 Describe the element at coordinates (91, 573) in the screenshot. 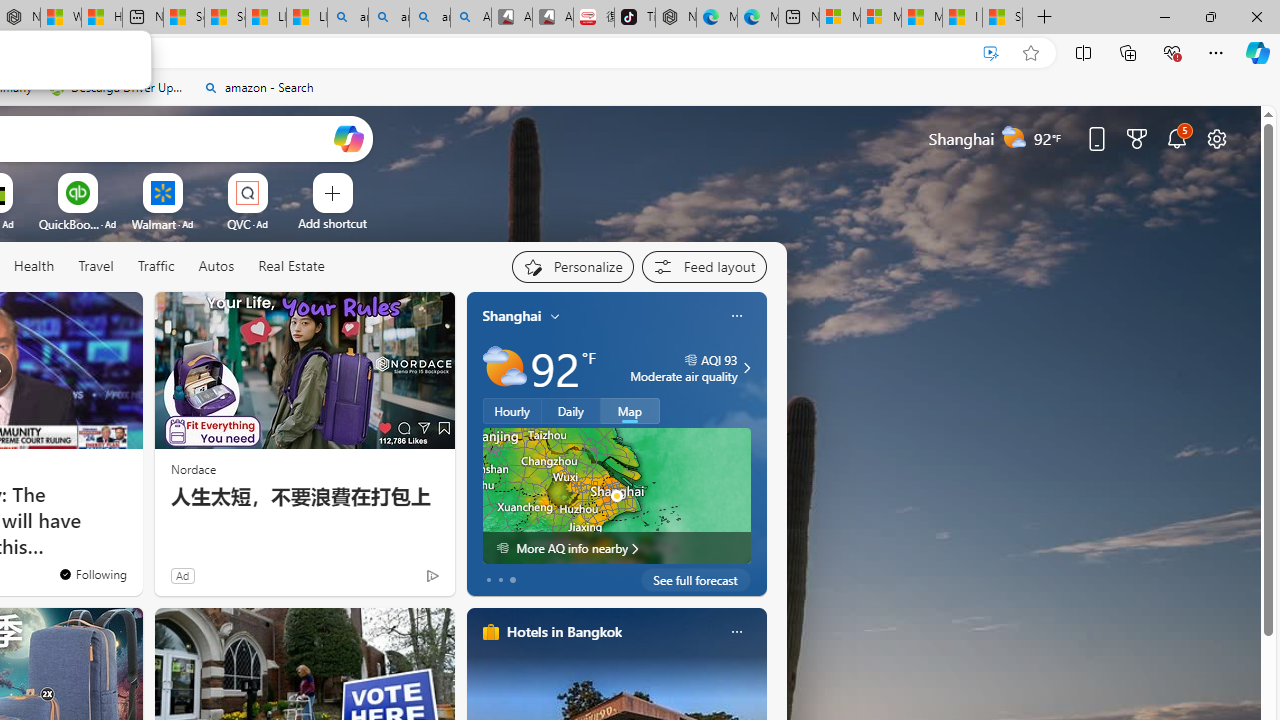

I see `'You'` at that location.